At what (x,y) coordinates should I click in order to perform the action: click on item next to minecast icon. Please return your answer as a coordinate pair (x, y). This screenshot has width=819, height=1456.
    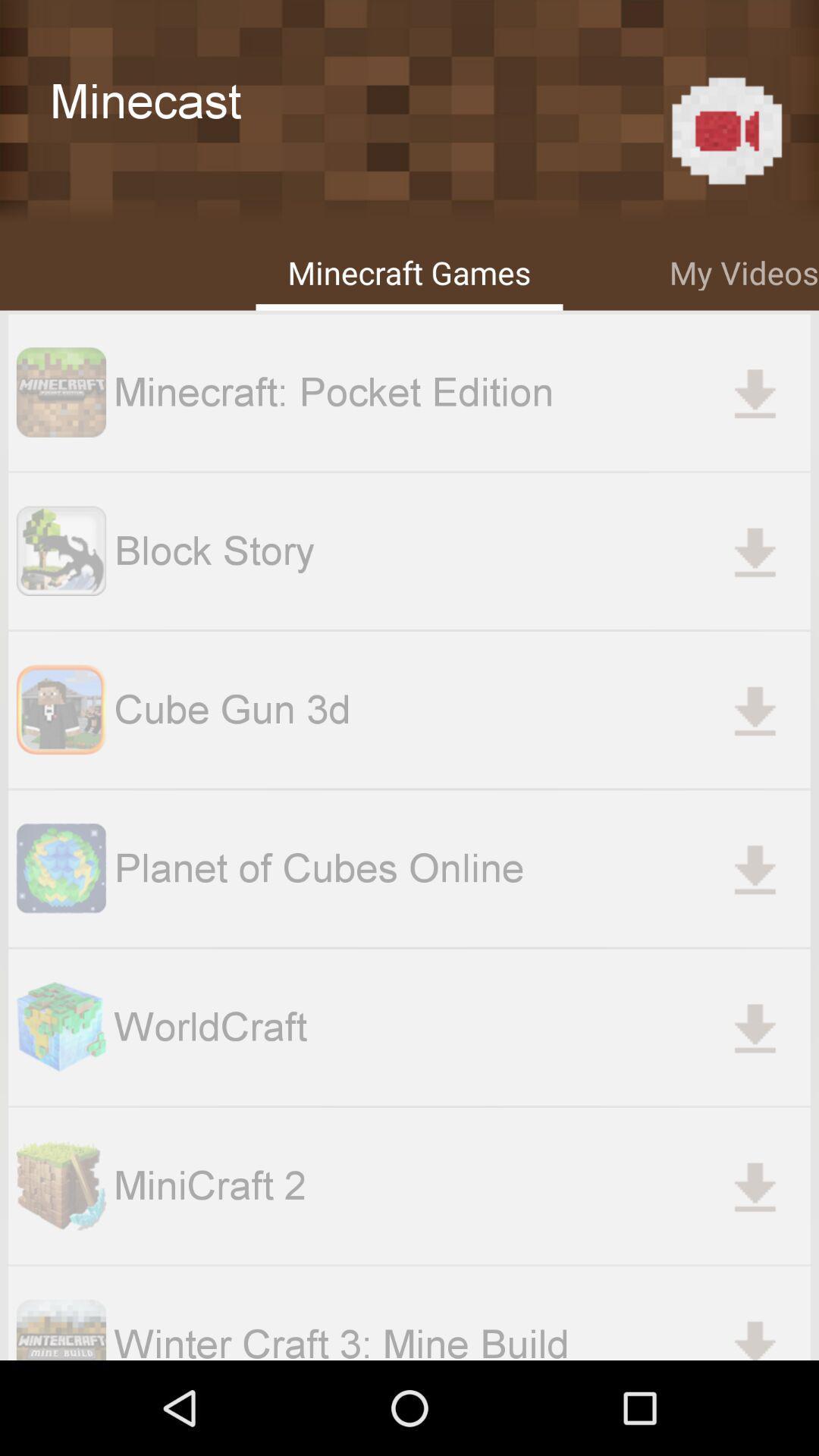
    Looking at the image, I should click on (726, 130).